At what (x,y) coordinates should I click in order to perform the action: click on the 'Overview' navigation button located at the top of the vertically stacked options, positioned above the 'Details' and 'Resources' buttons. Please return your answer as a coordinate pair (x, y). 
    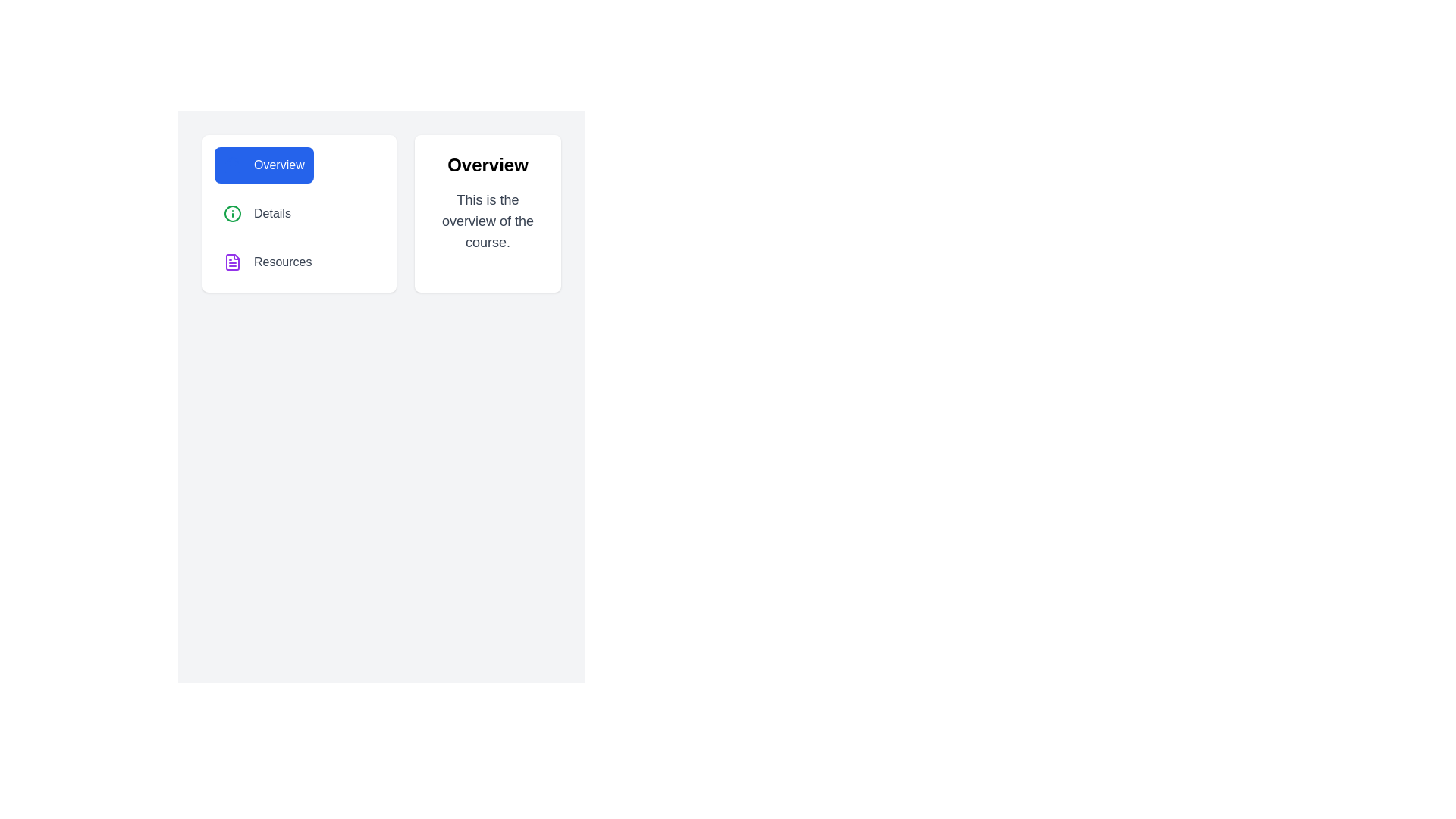
    Looking at the image, I should click on (264, 165).